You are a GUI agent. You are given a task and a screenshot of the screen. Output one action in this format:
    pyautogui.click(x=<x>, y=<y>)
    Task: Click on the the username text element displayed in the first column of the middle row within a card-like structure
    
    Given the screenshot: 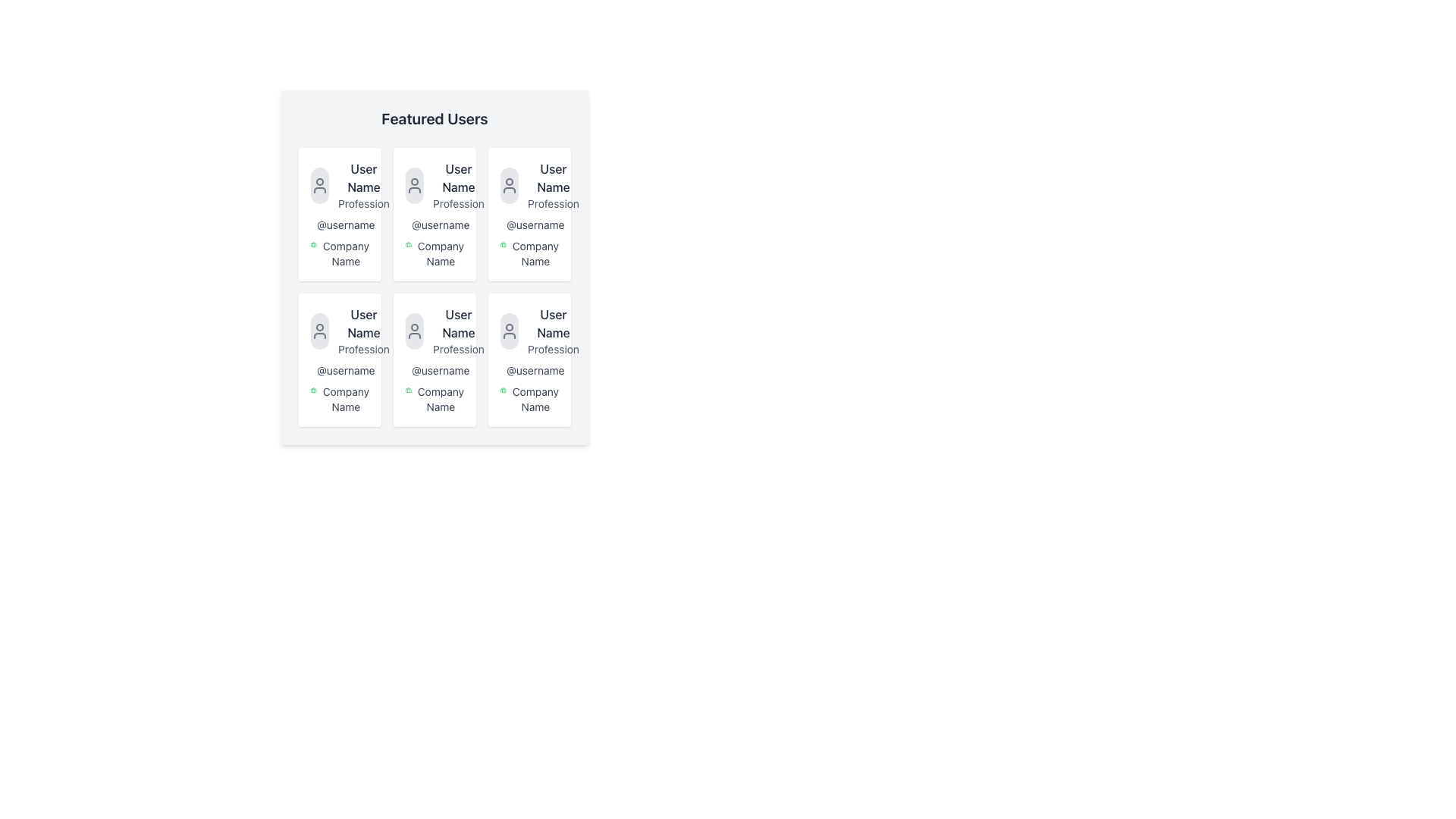 What is the action you would take?
    pyautogui.click(x=339, y=225)
    